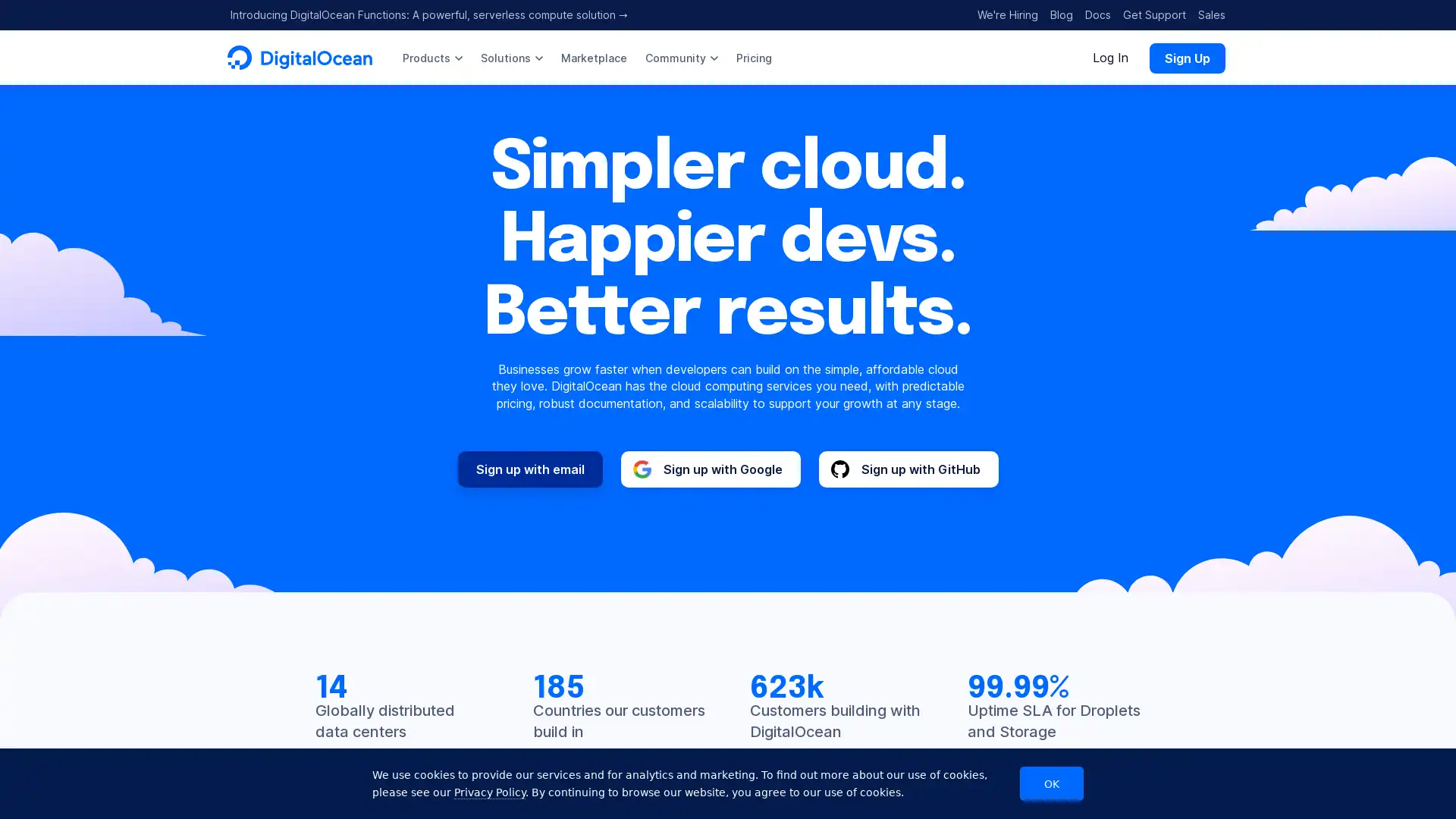 The width and height of the screenshot is (1456, 819). Describe the element at coordinates (680, 57) in the screenshot. I see `Community` at that location.